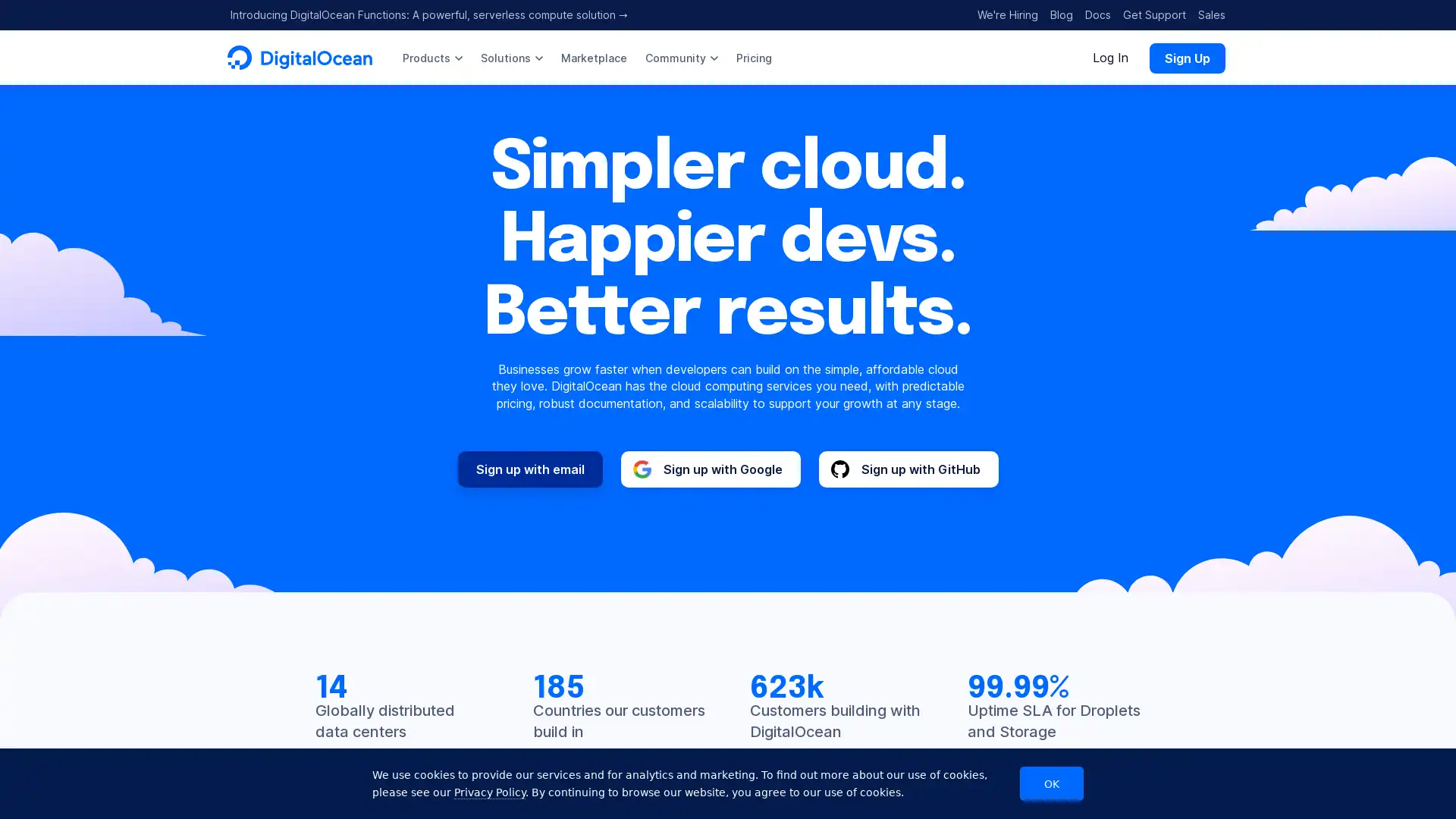 The width and height of the screenshot is (1456, 819). Describe the element at coordinates (680, 57) in the screenshot. I see `Community` at that location.